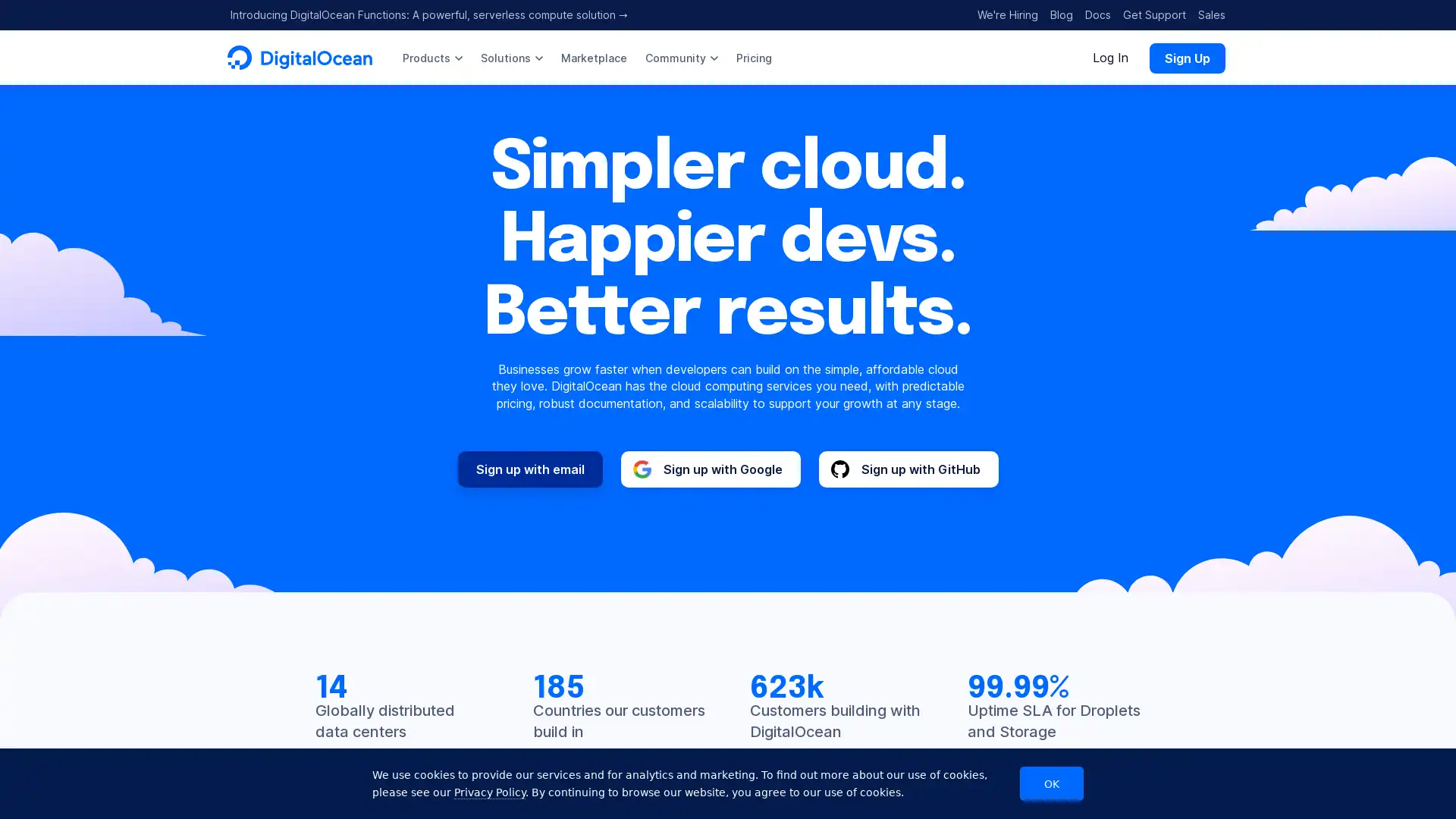 The width and height of the screenshot is (1456, 819). Describe the element at coordinates (680, 57) in the screenshot. I see `Community` at that location.